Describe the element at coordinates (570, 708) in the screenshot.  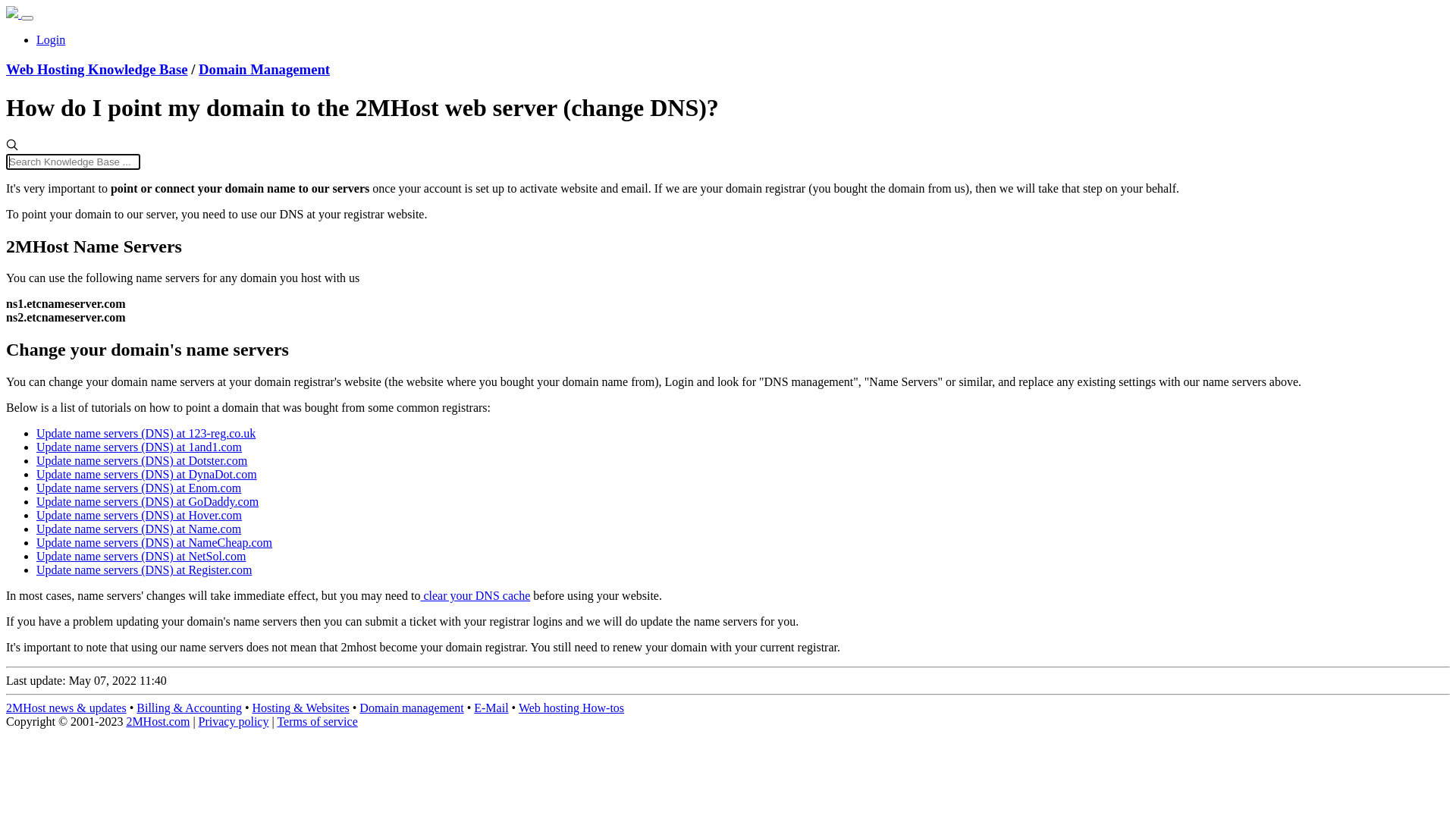
I see `'Web hosting How-tos'` at that location.